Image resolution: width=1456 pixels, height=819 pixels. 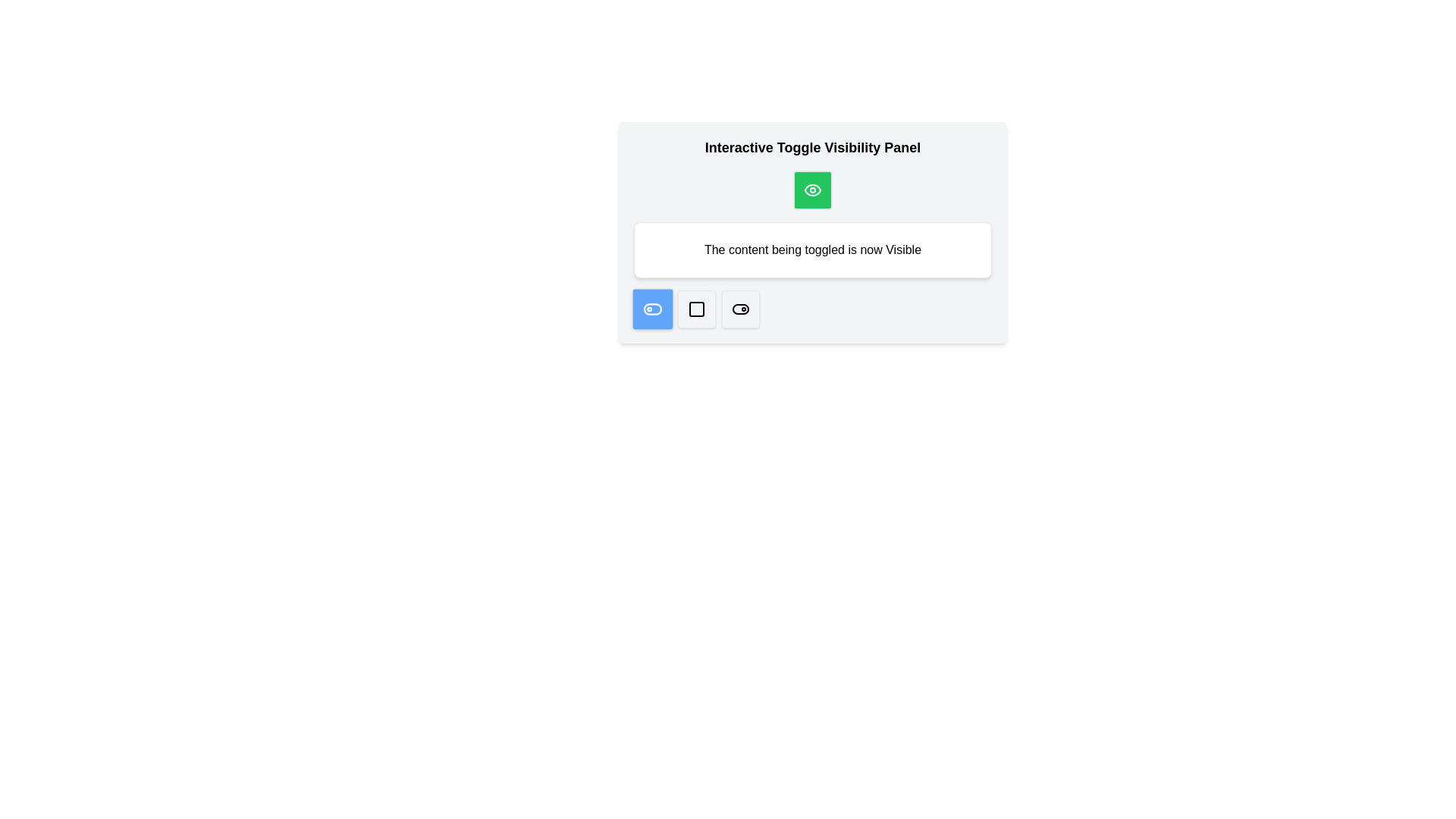 I want to click on the static text label that indicates the visibility state of an interactive element, located below a green eye icon button, centered within a white card near the top of the interface, so click(x=811, y=249).